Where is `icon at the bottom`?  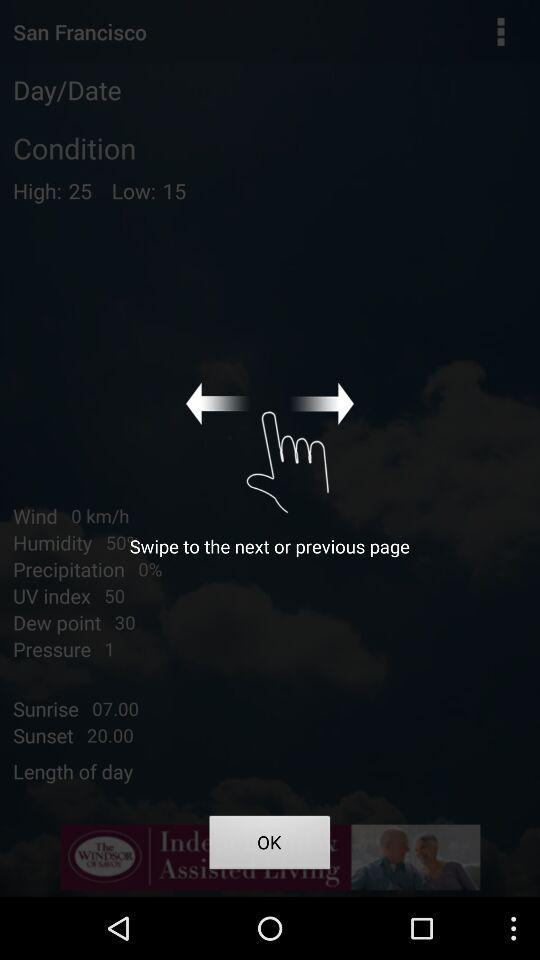 icon at the bottom is located at coordinates (270, 844).